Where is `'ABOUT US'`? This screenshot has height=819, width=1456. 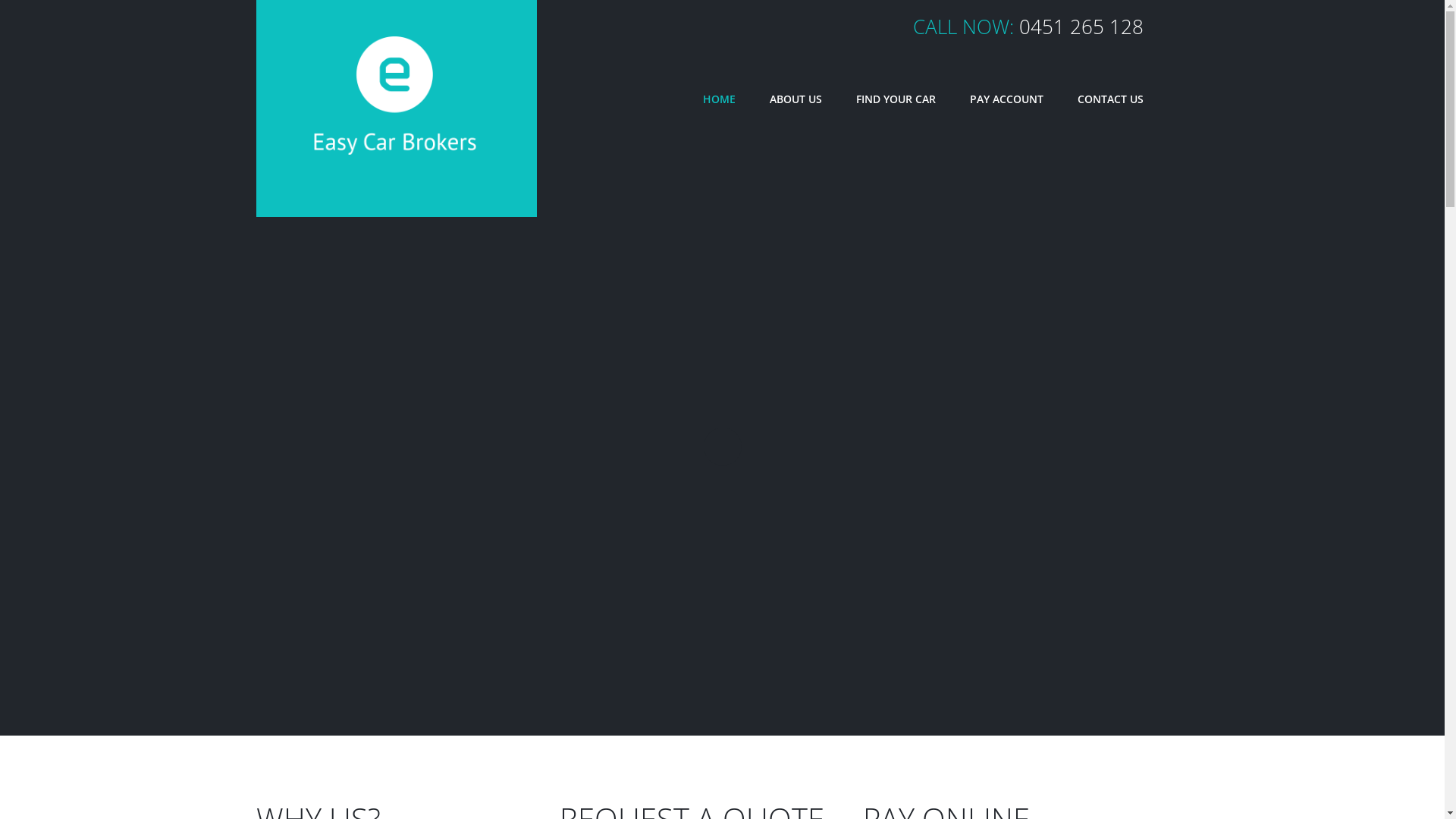 'ABOUT US' is located at coordinates (794, 99).